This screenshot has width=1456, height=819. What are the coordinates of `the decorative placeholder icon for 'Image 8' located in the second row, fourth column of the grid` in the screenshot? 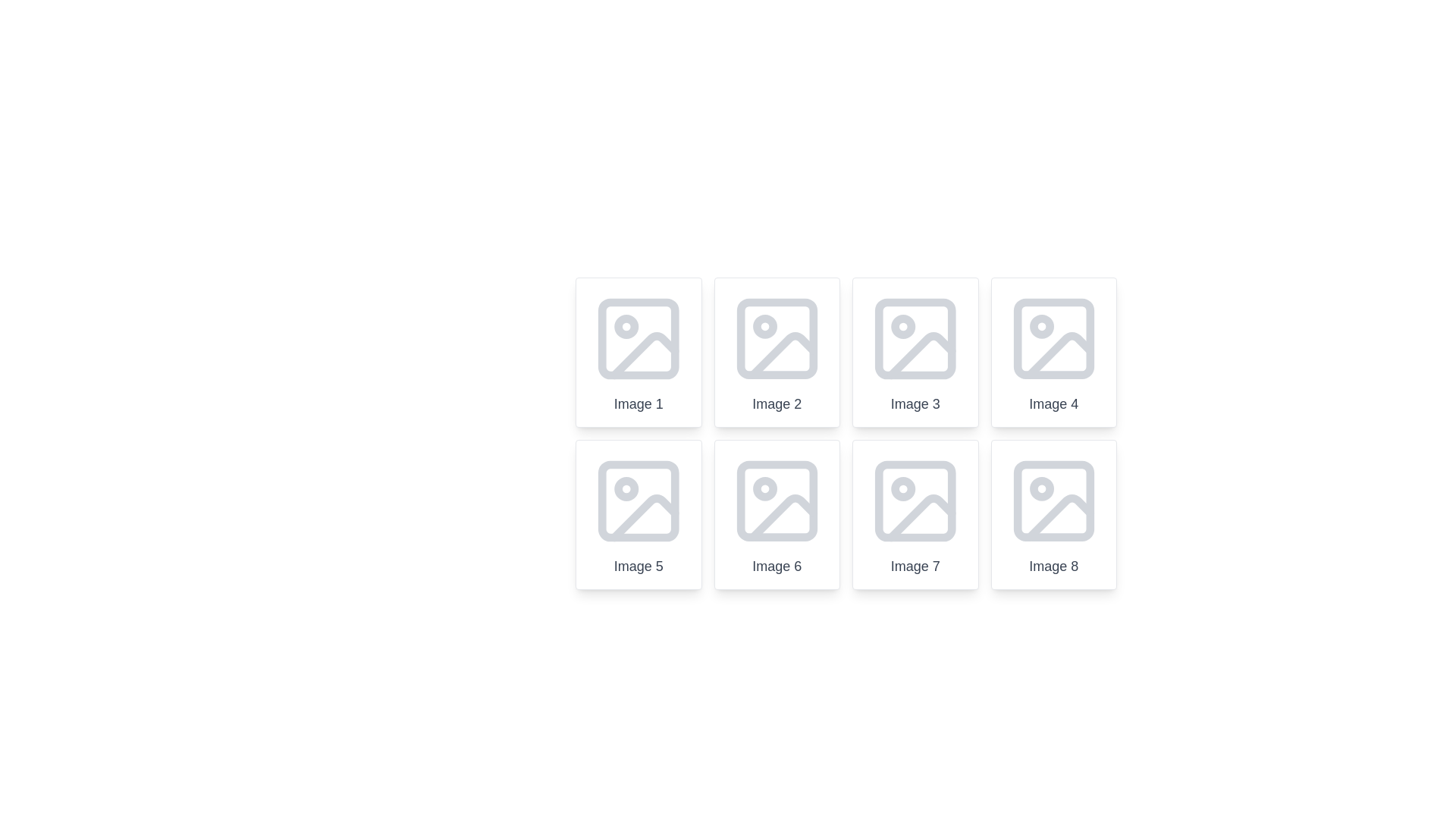 It's located at (1053, 500).